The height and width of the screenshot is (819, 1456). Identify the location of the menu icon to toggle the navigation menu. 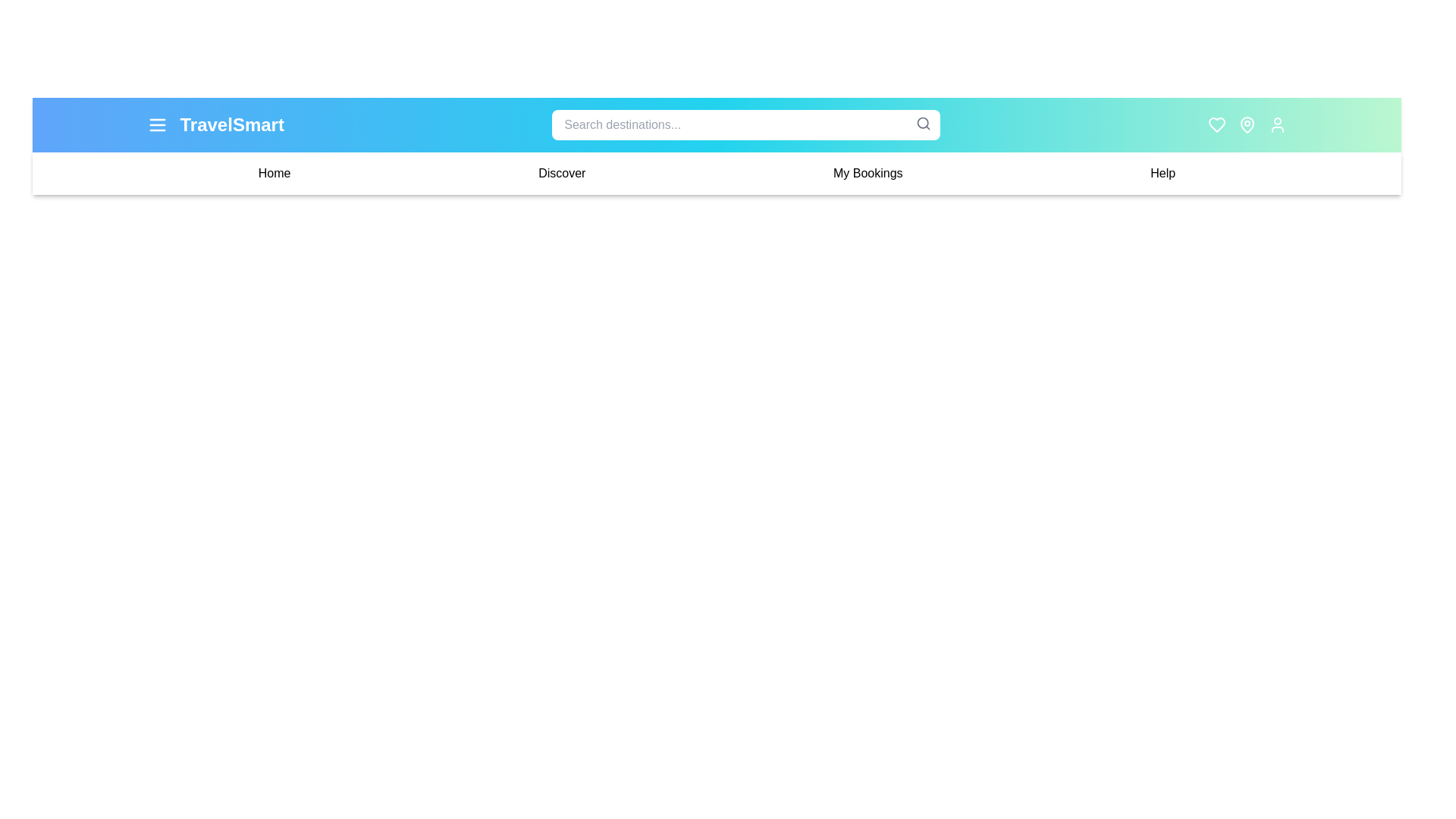
(157, 124).